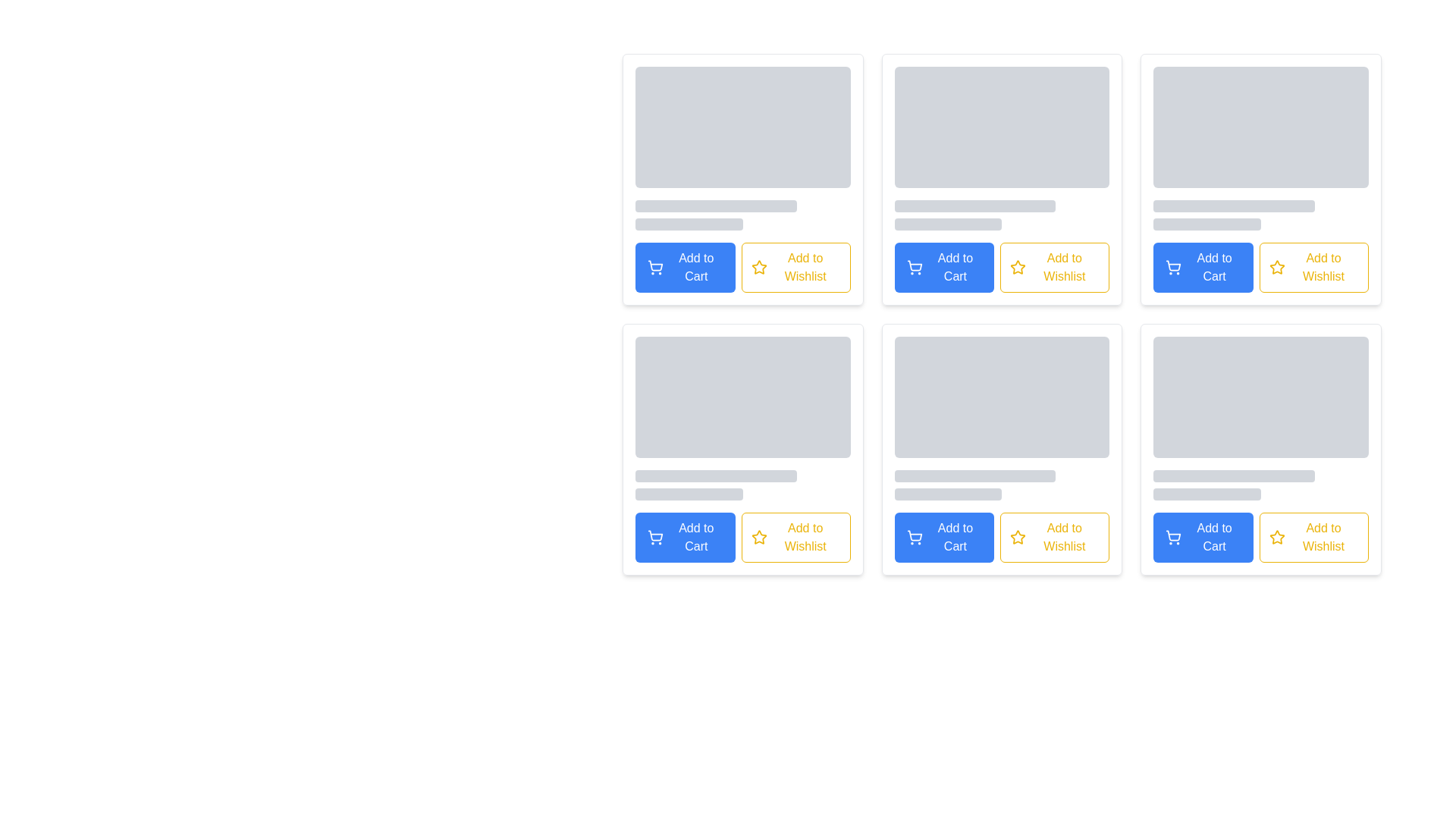 The height and width of the screenshot is (819, 1456). I want to click on the product card located in the top-right corner of the grid, which features a grey placeholder image and buttons labeled 'Add to Cart' and 'Add to Wishlist', so click(1261, 178).